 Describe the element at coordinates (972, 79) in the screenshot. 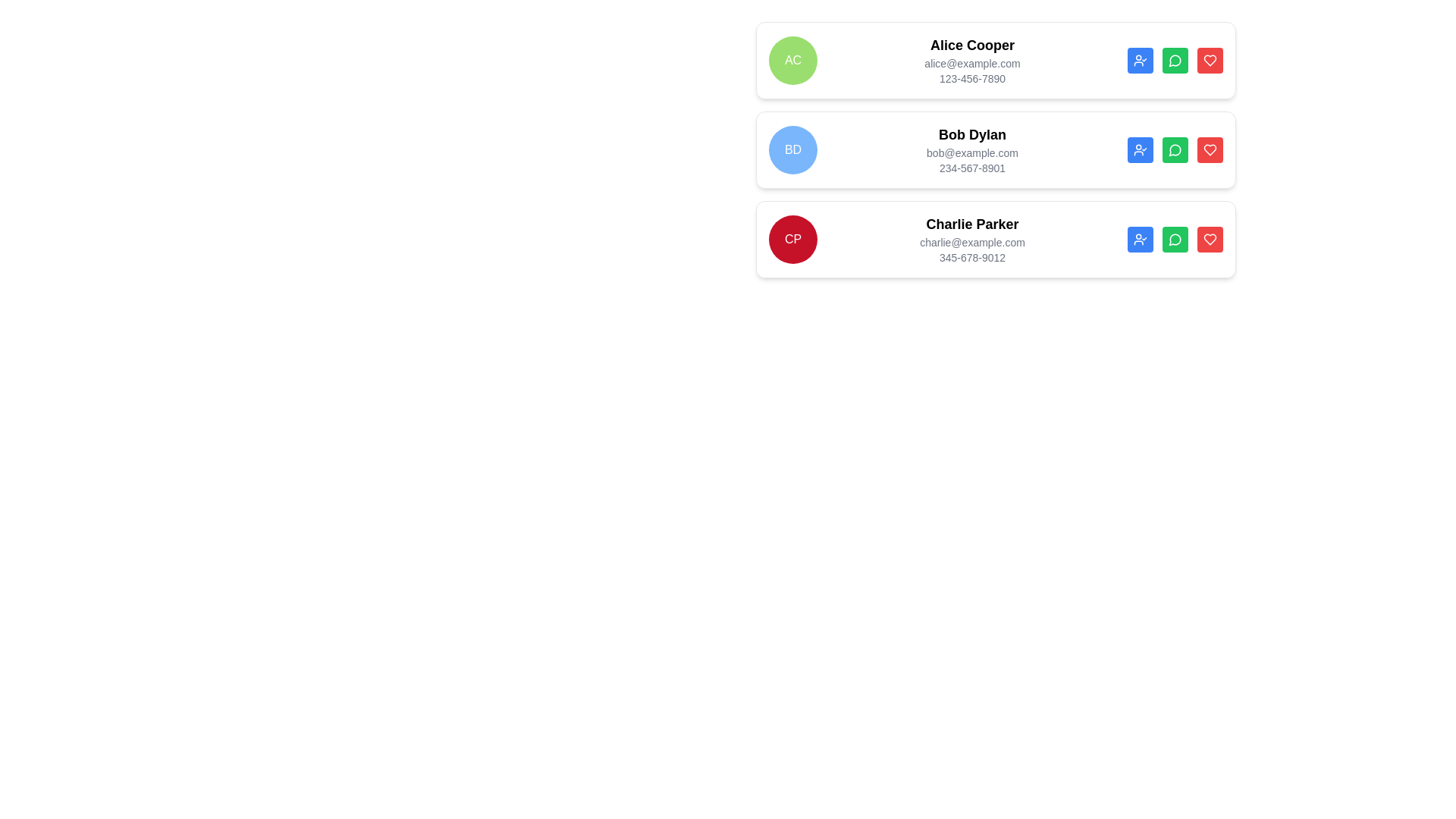

I see `the text label displaying the phone number '123-456-7890', which is styled in a small gray font and located beneath the email address 'alice@example.com'` at that location.